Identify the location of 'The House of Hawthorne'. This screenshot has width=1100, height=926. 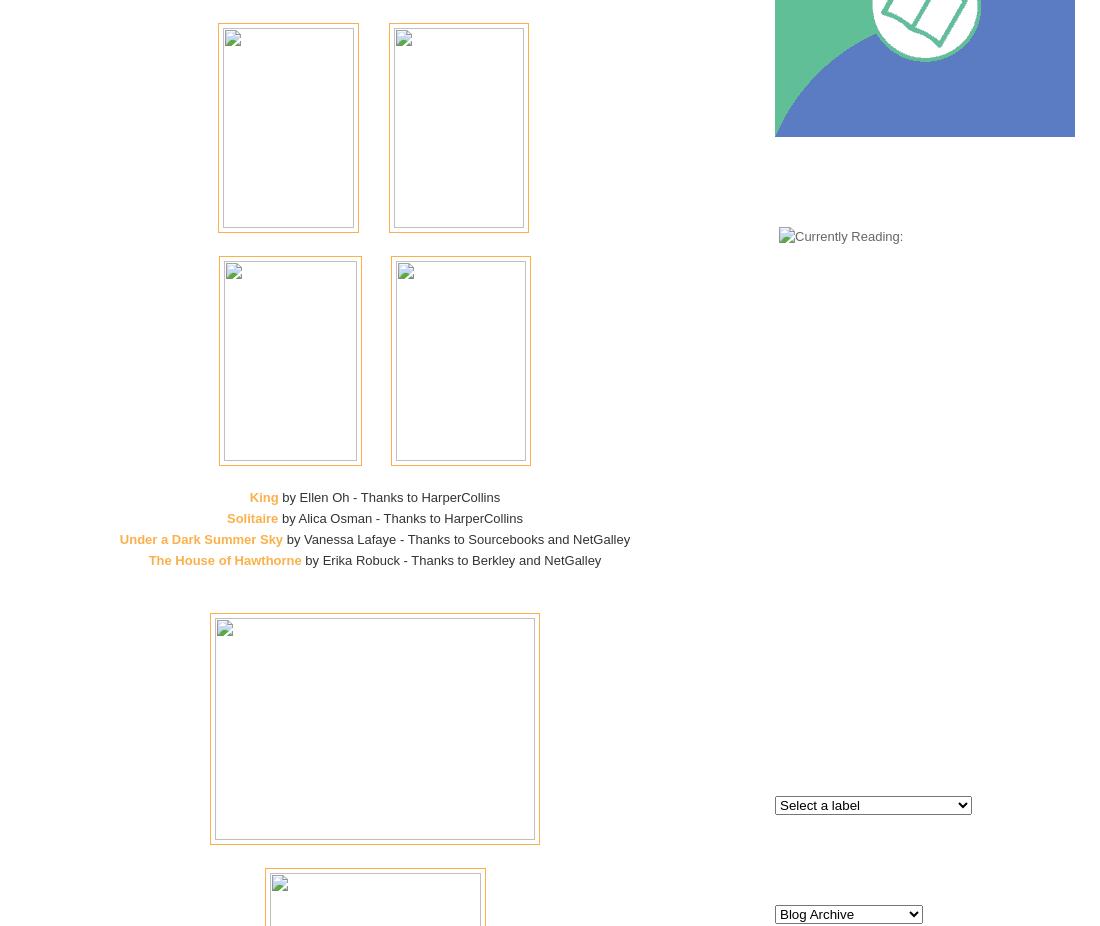
(224, 558).